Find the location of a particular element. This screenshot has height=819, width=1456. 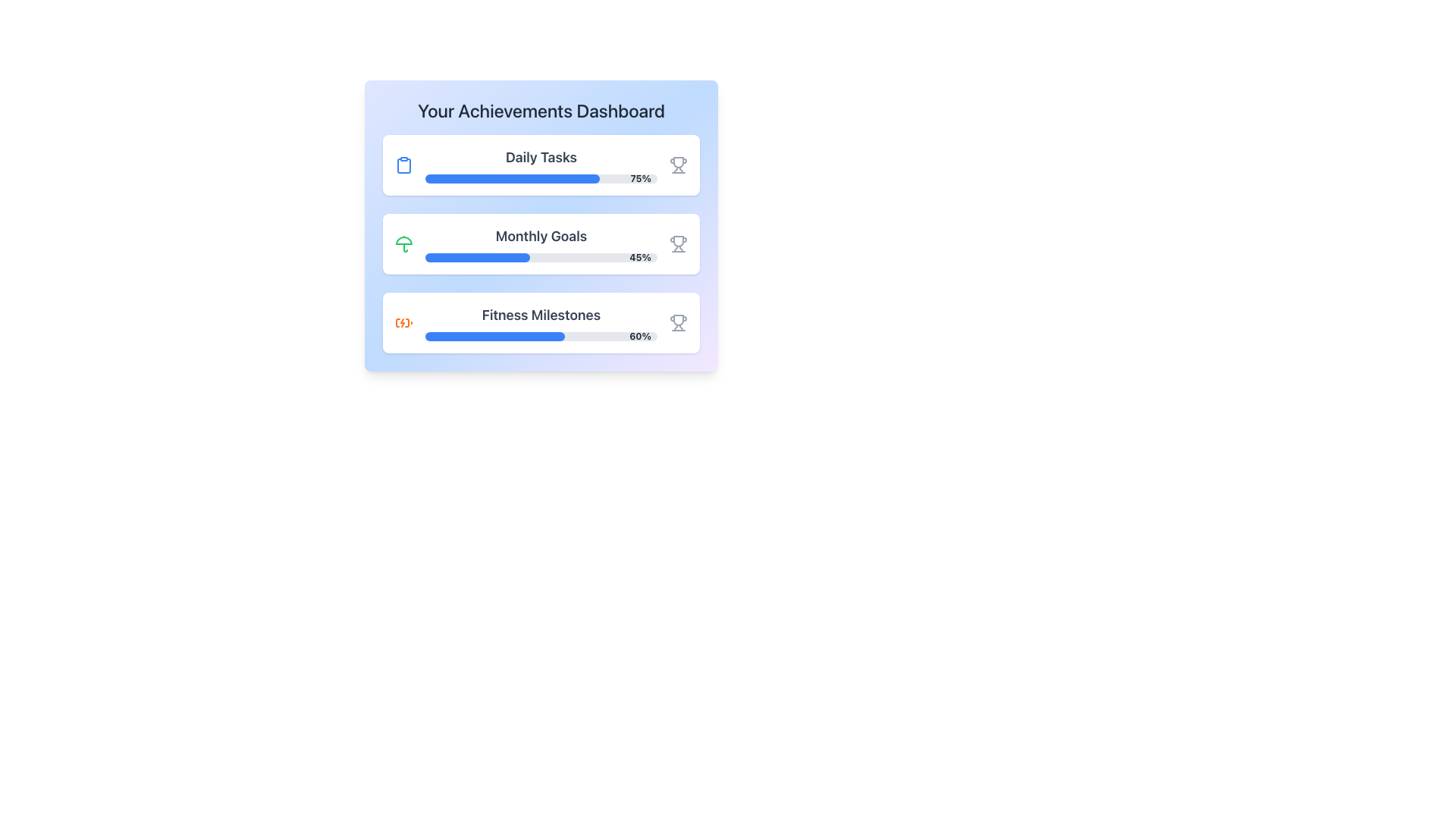

the current progress visually on the Progress Bar located in the 'Daily Tasks' section, which indicates that it is 75% complete is located at coordinates (512, 177).